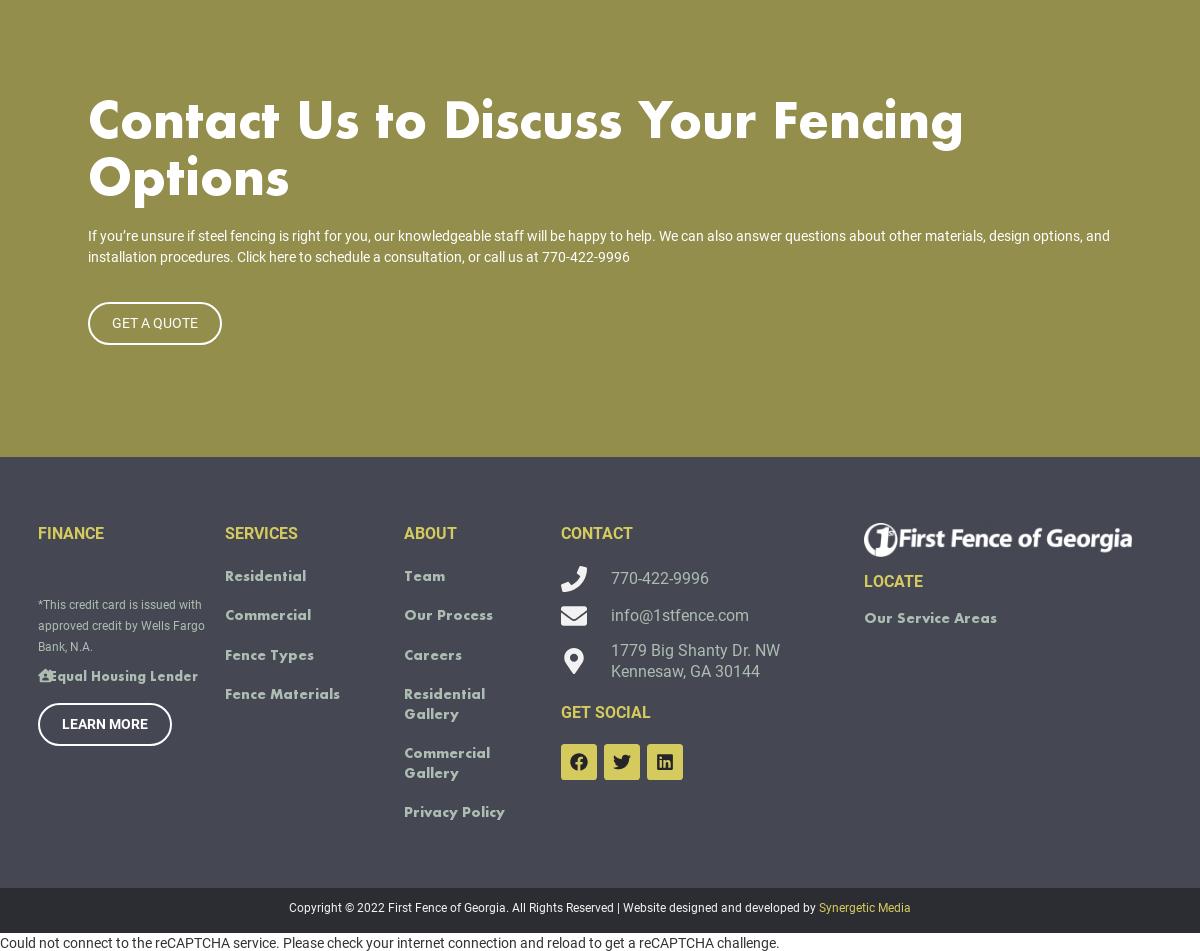  What do you see at coordinates (152, 351) in the screenshot?
I see `'GET A QUOTE'` at bounding box center [152, 351].